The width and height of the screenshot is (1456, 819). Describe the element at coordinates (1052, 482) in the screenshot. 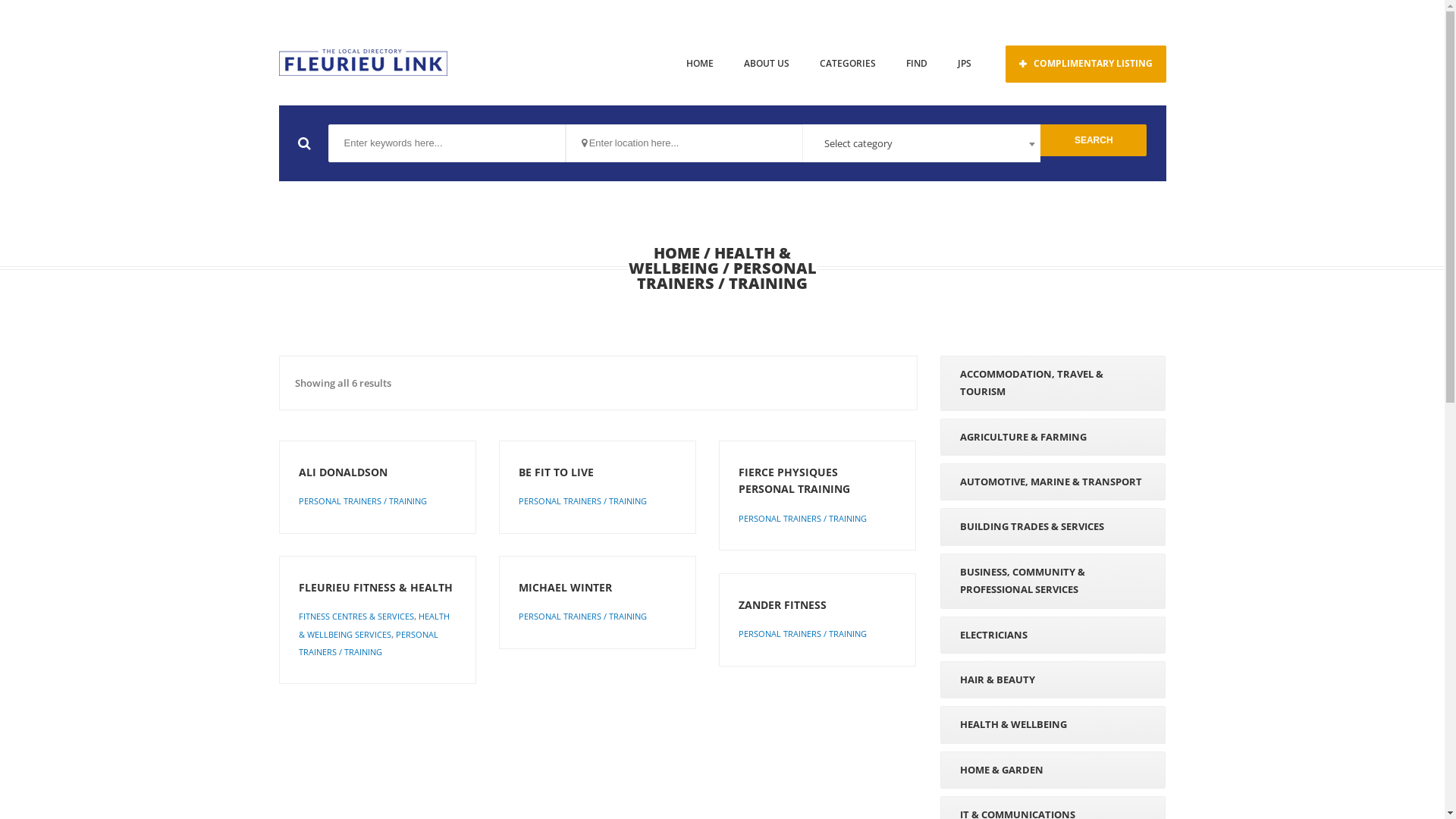

I see `'AUTOMOTIVE, MARINE & TRANSPORT'` at that location.